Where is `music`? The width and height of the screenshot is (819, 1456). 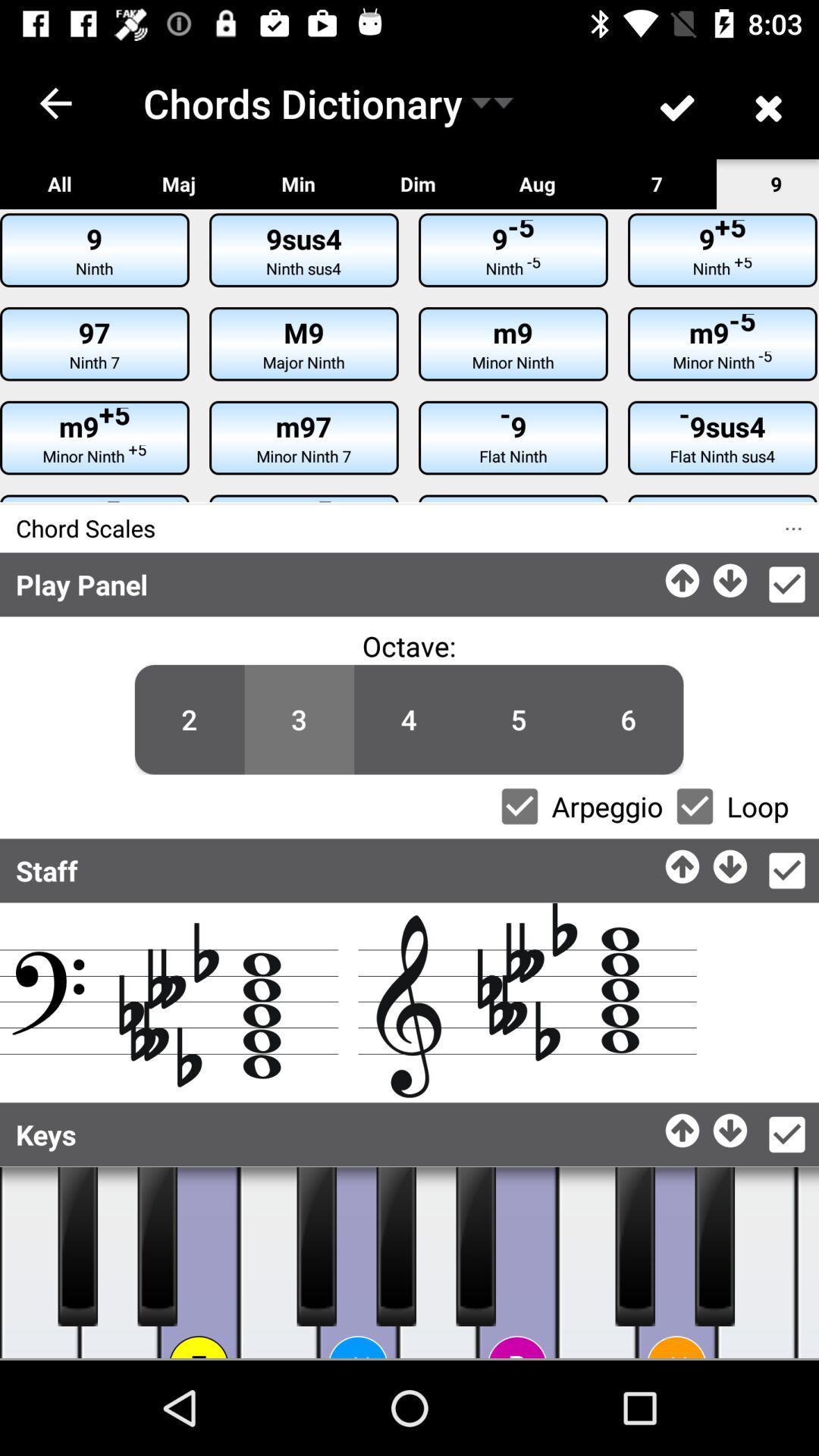
music is located at coordinates (475, 1246).